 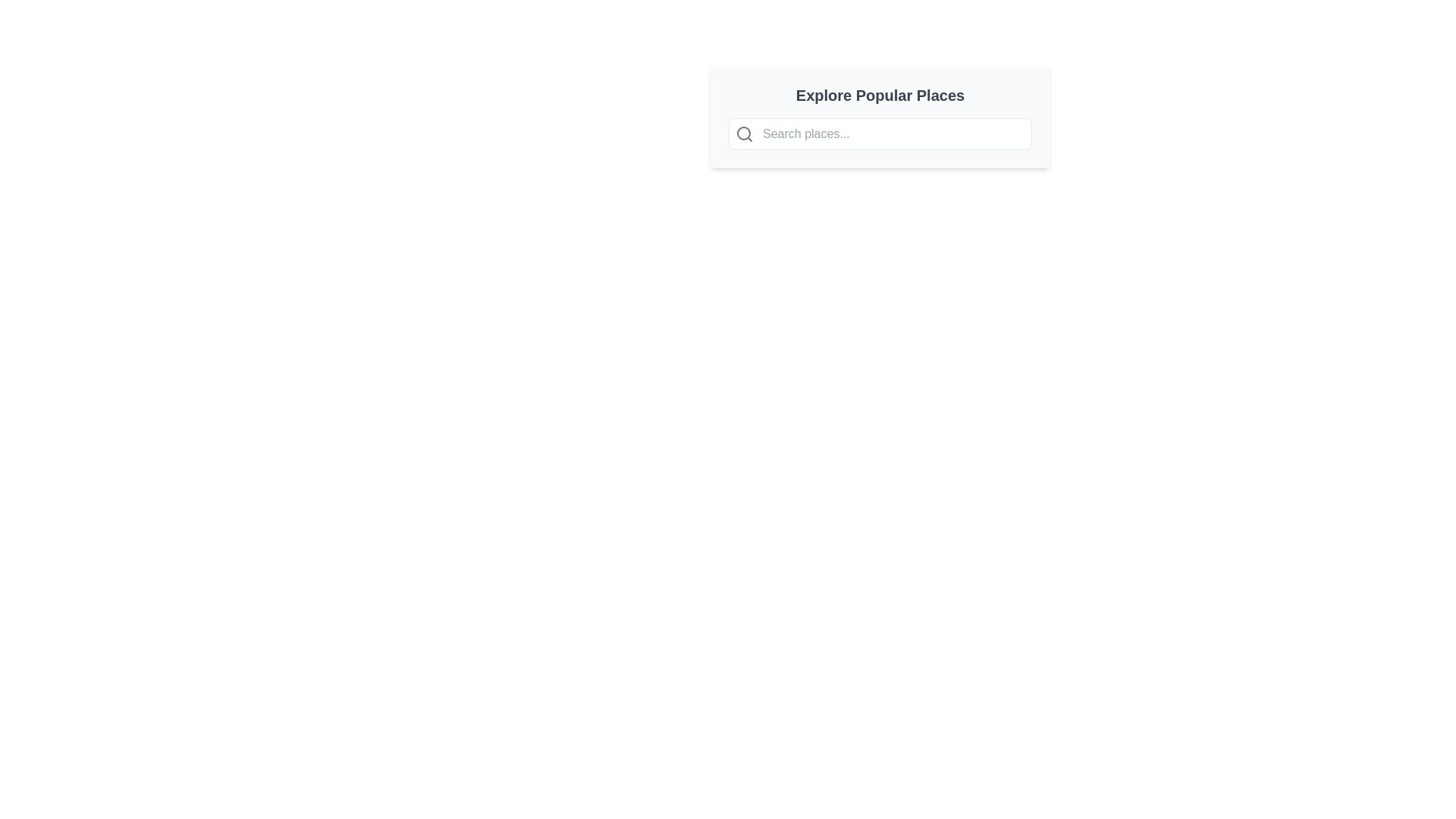 What do you see at coordinates (745, 133) in the screenshot?
I see `the magnifying glass icon located on the far left side of the search bar, which is associated with the placeholder 'Search places...'` at bounding box center [745, 133].